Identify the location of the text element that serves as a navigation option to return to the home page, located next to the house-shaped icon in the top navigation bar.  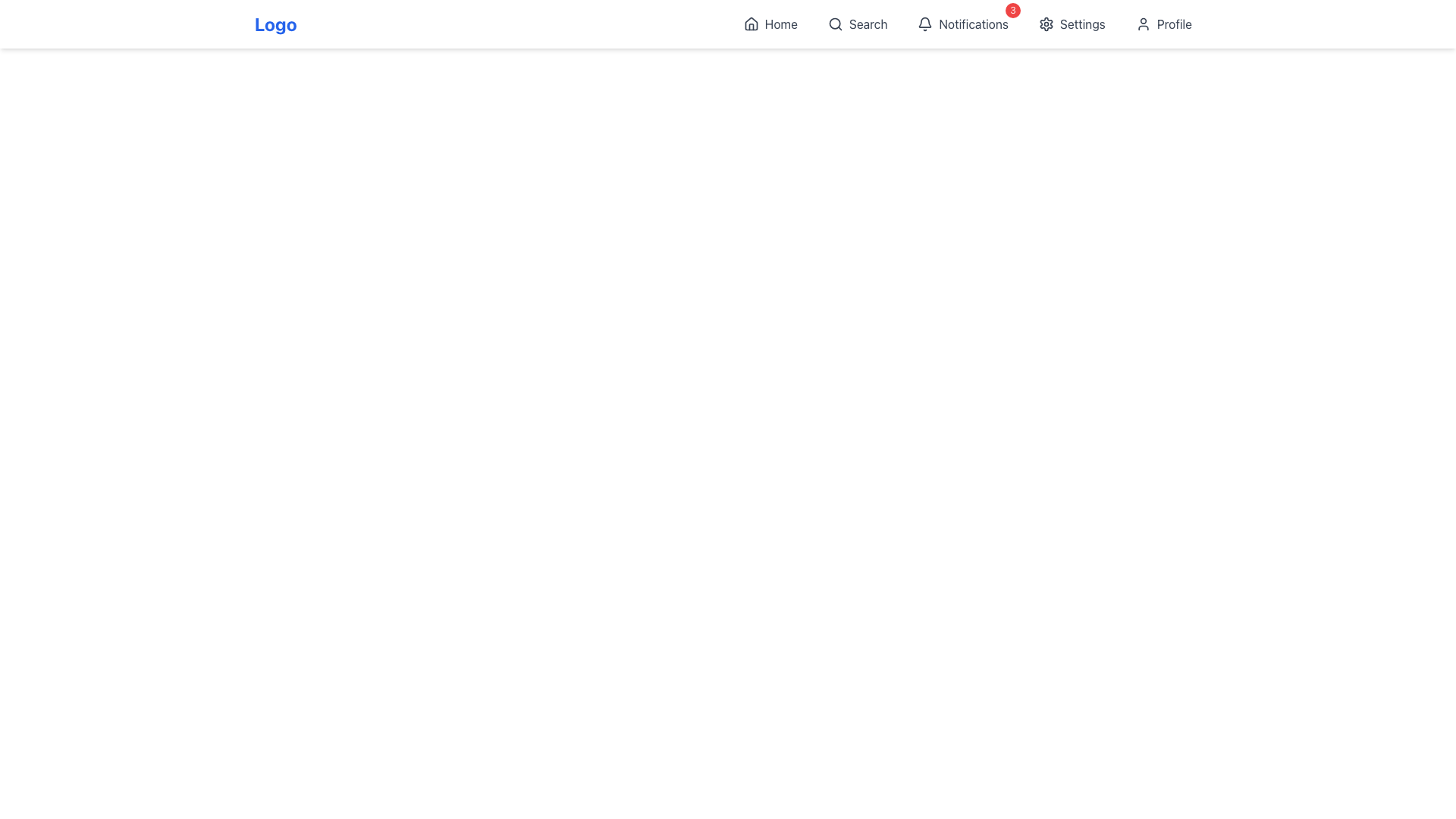
(781, 24).